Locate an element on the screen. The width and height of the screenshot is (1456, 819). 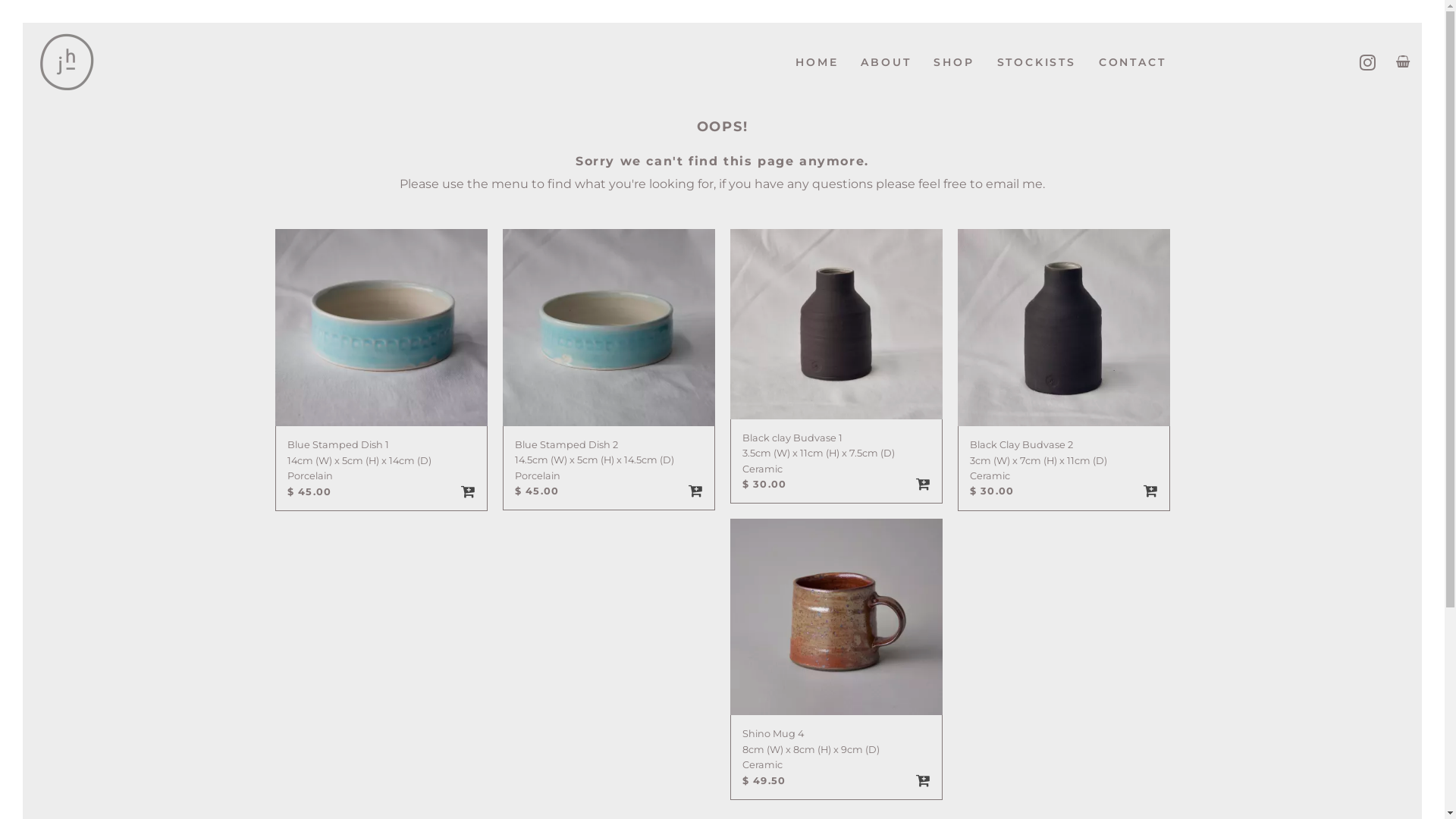
'STOCKISTS' is located at coordinates (1036, 61).